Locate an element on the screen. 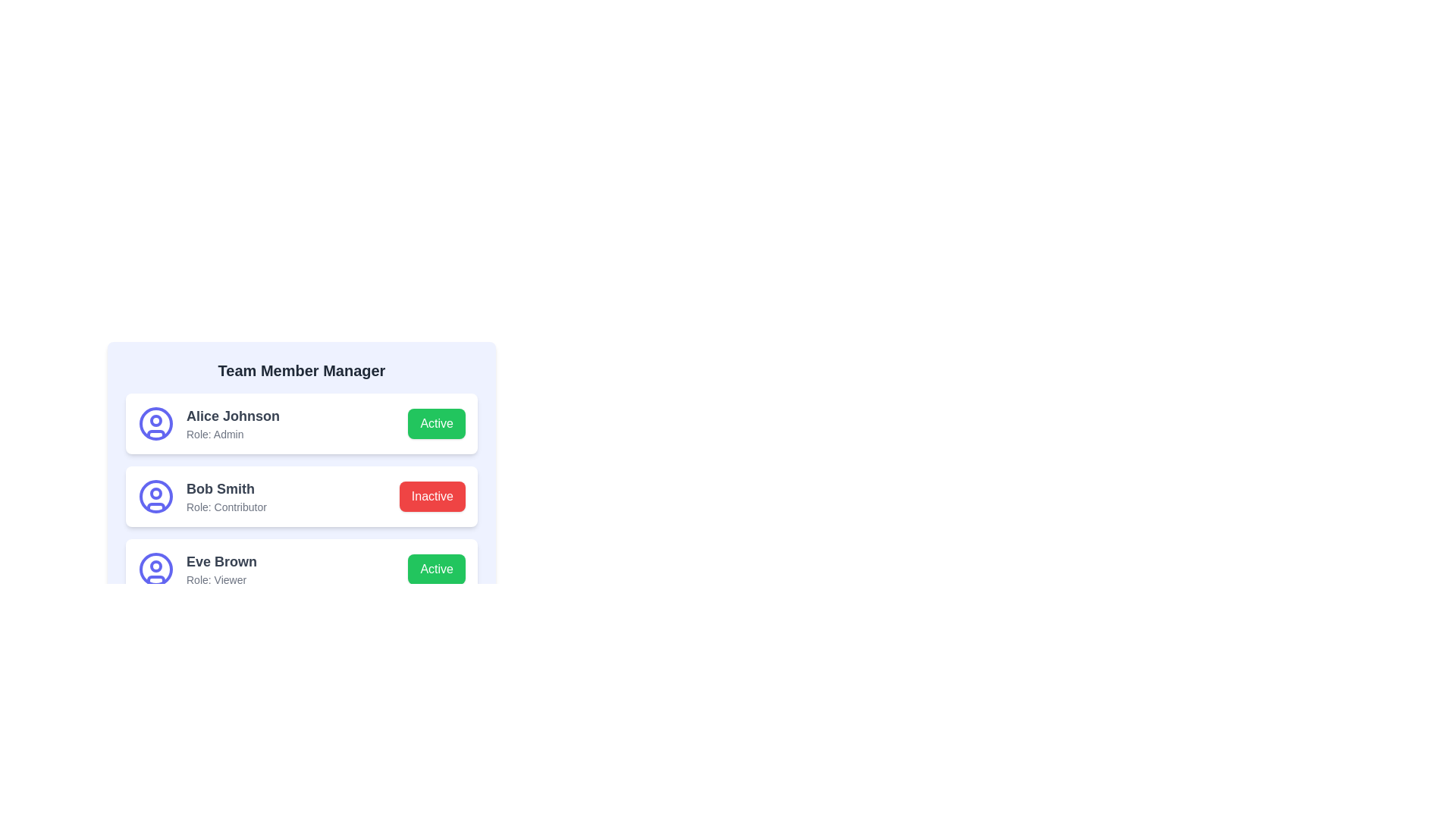 The height and width of the screenshot is (819, 1456). the name identifier label for the user 'Alice Johnson' located at the top-center of the first card in the user cards list is located at coordinates (232, 416).